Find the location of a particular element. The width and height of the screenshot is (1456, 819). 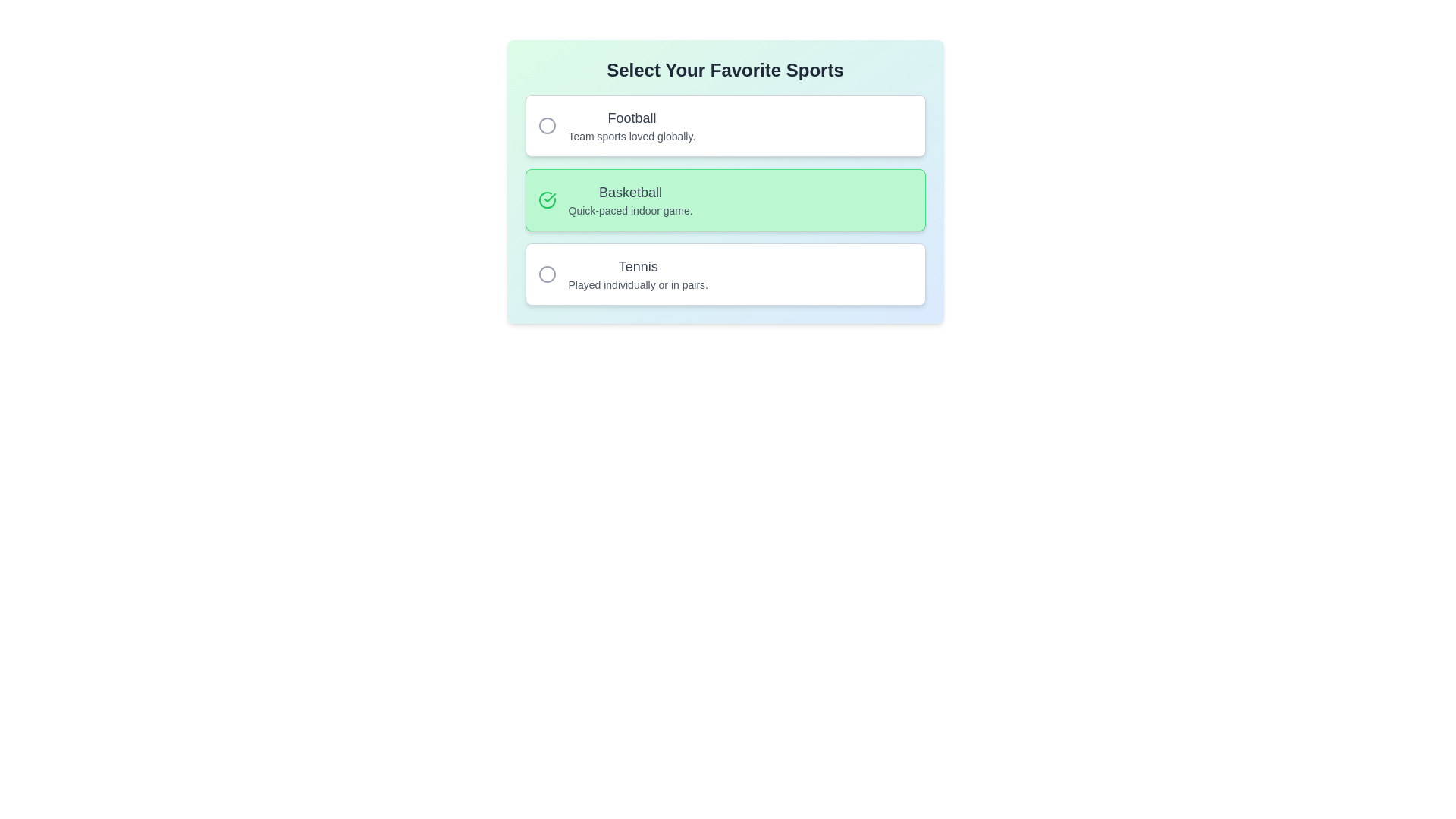

the SVG circle graphic representing the deselected state for the 'Football' option in the selection interface by moving the cursor to its center is located at coordinates (546, 124).